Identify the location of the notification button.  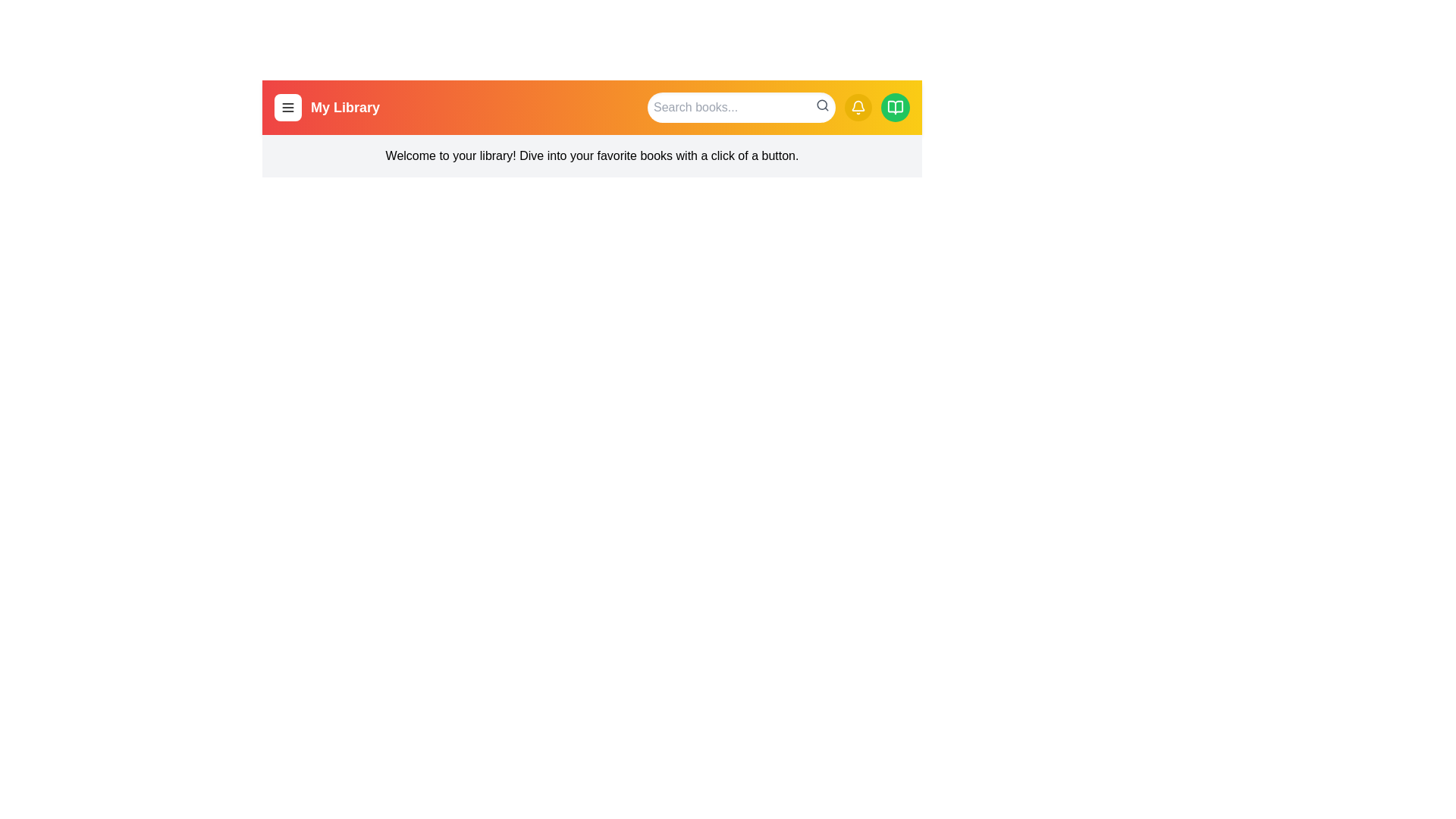
(858, 107).